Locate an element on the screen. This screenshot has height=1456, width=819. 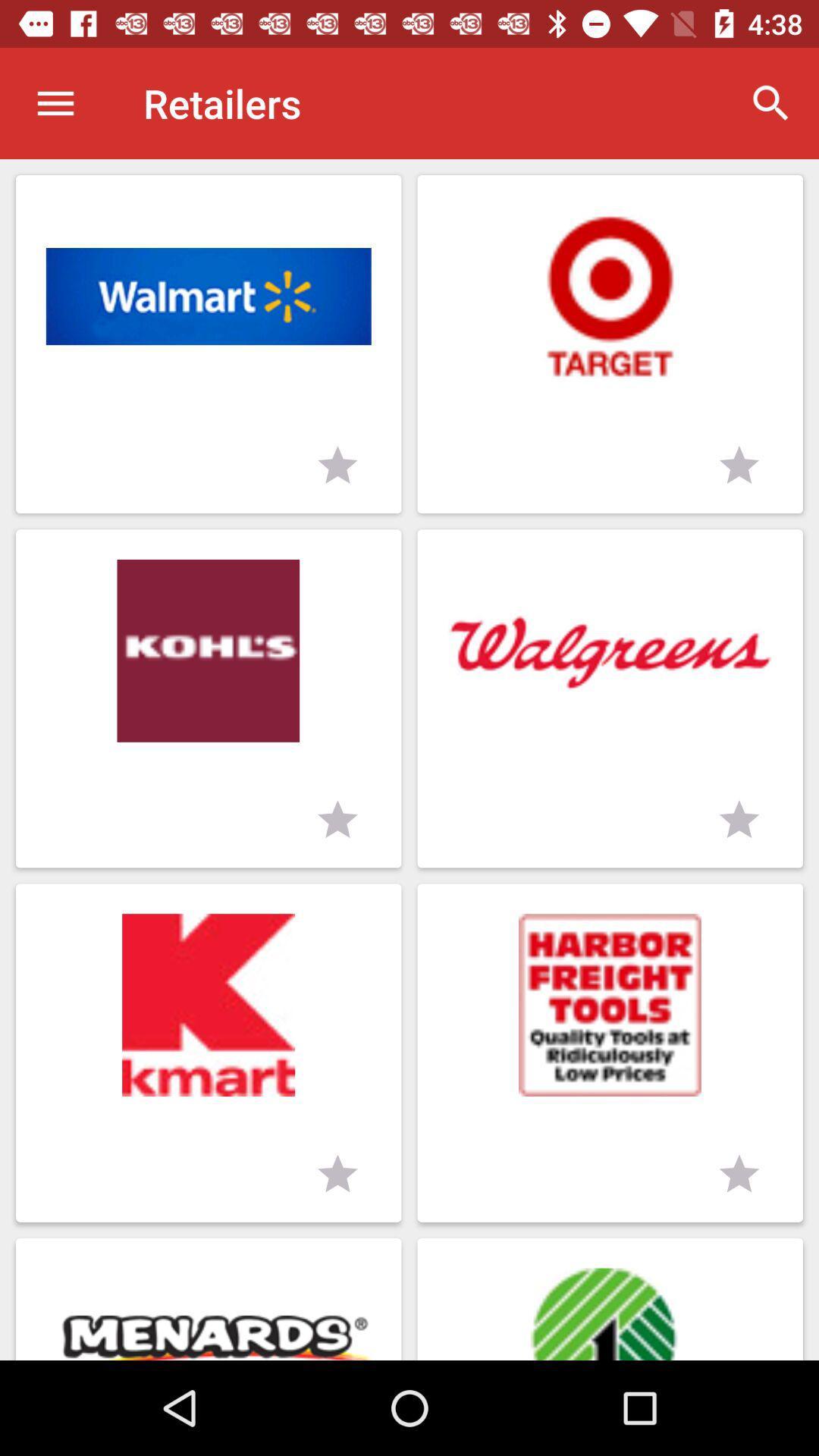
walgreens is located at coordinates (609, 651).